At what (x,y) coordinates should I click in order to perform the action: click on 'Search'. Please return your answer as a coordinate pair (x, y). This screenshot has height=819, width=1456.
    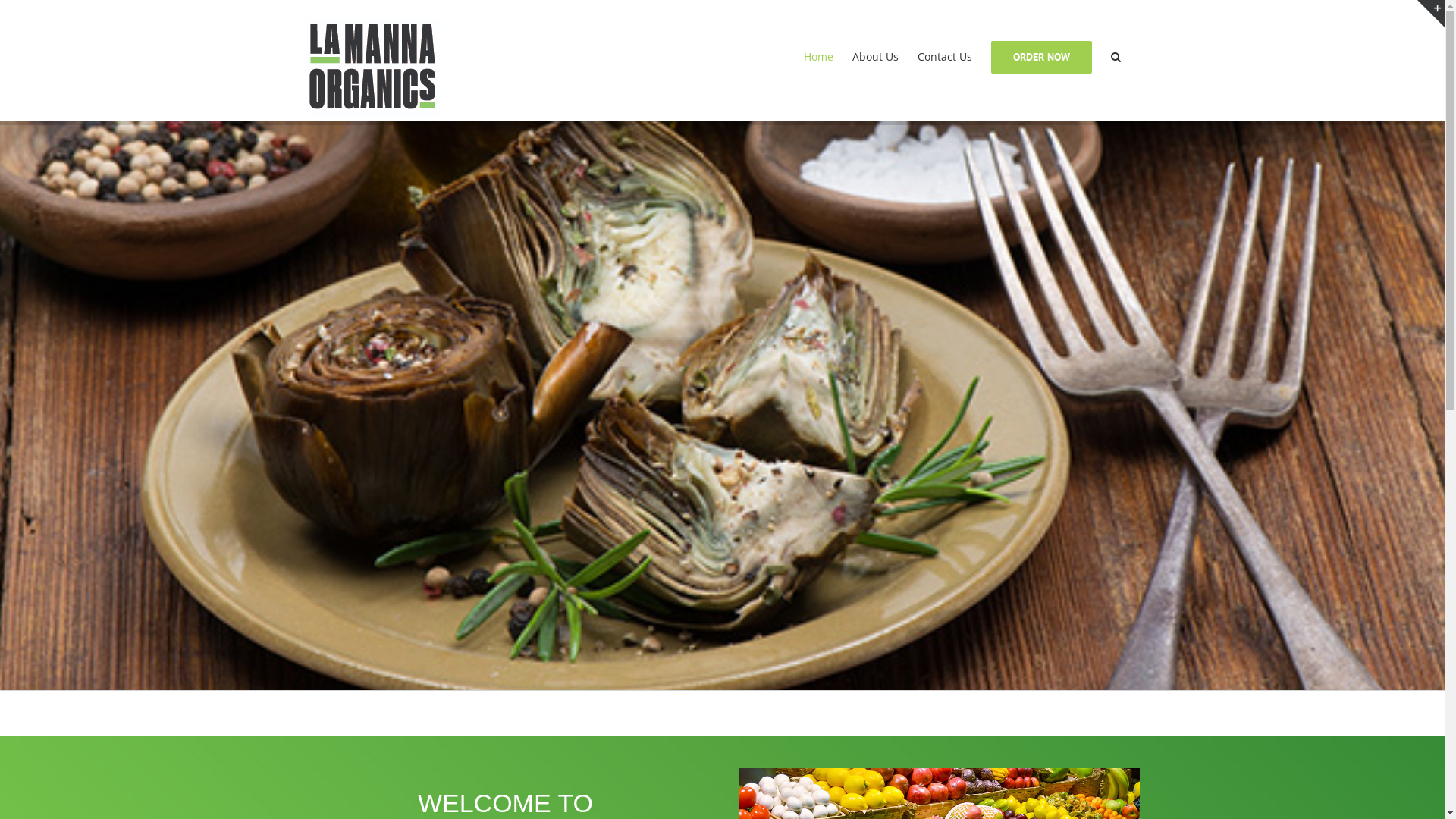
    Looking at the image, I should click on (1115, 55).